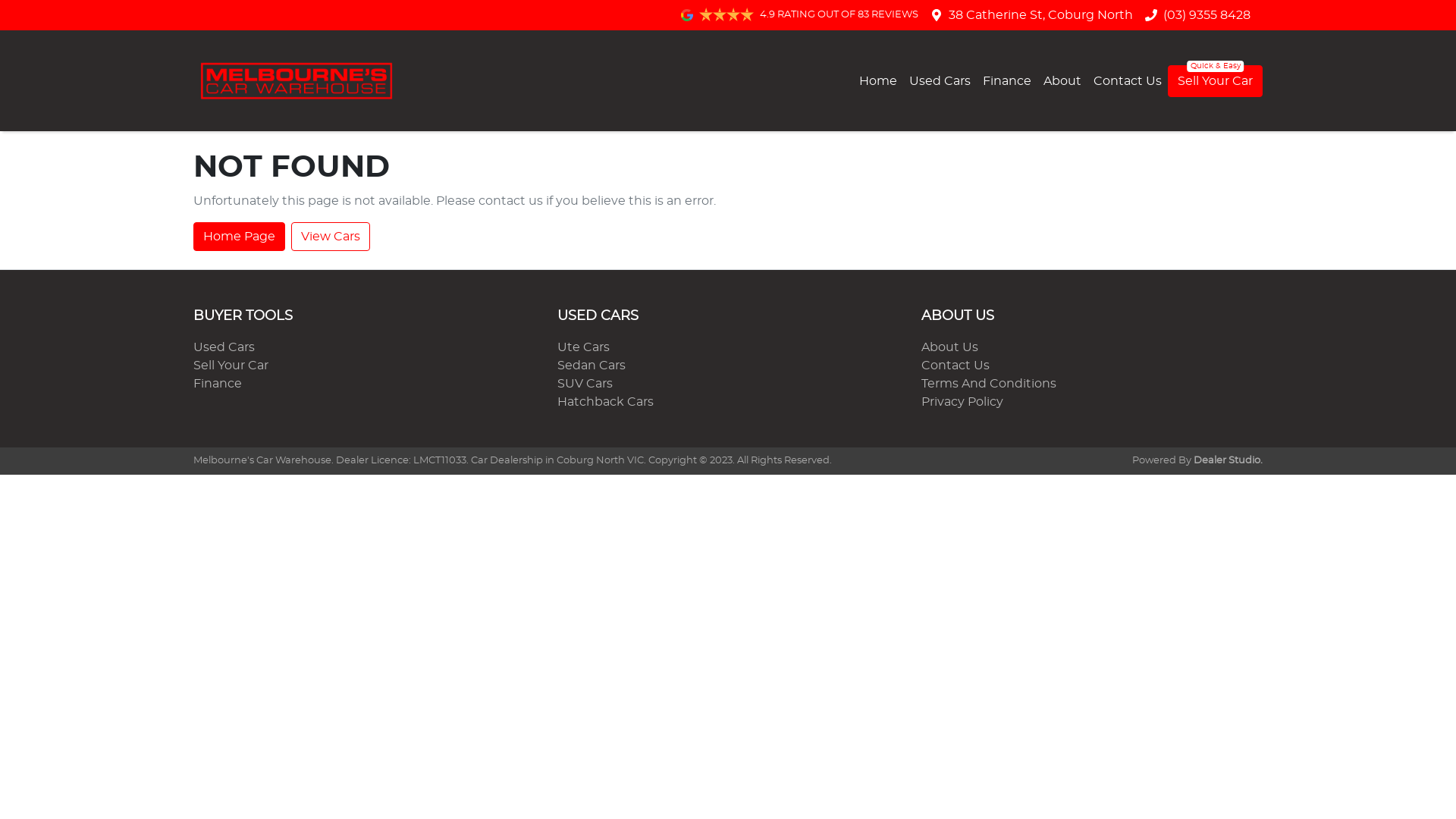 The image size is (1456, 819). Describe the element at coordinates (1228, 460) in the screenshot. I see `'Dealer Studio.'` at that location.